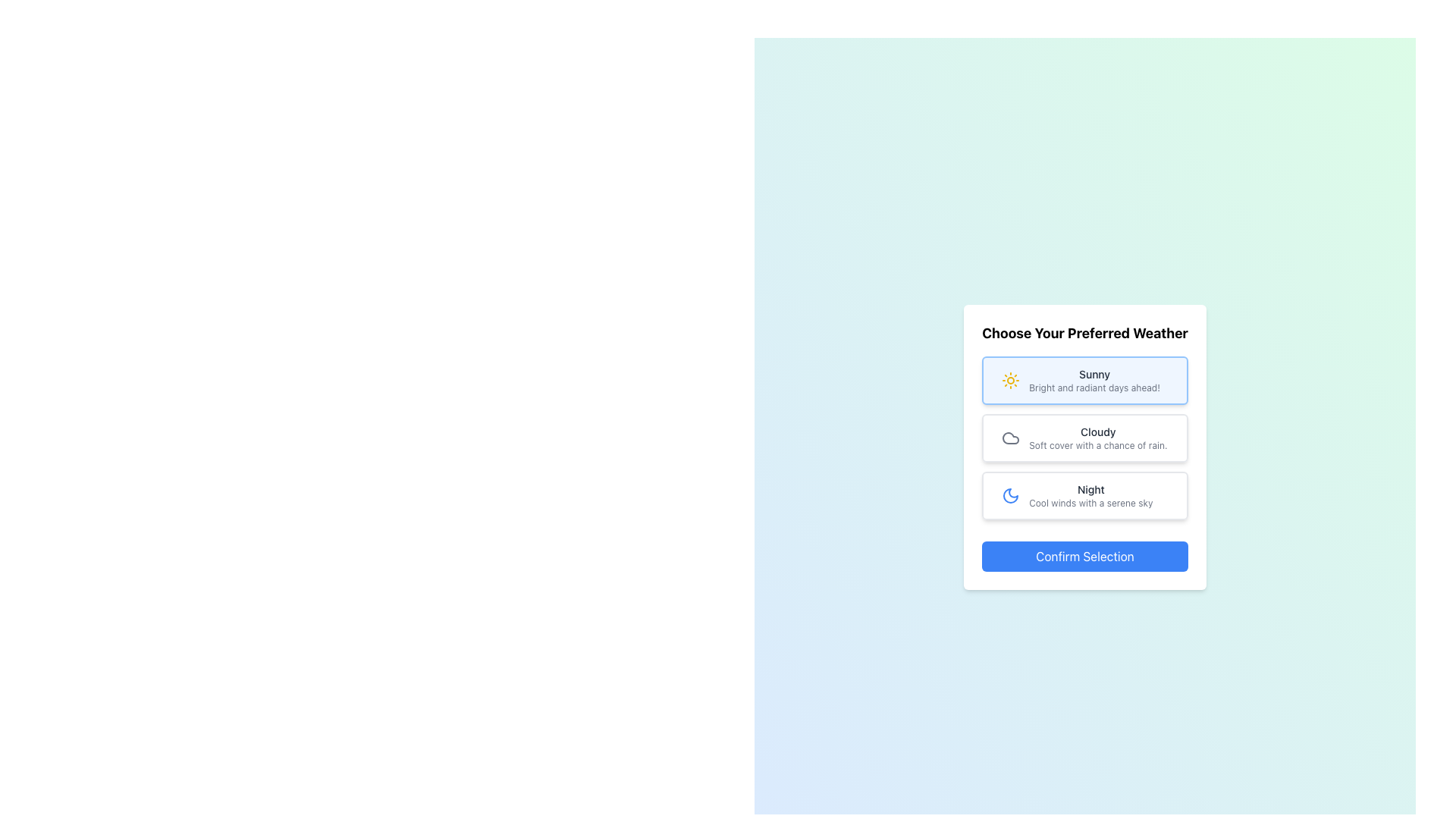 The width and height of the screenshot is (1456, 819). I want to click on the static text displaying the message 'Soft cover with a chance of rain.' which is located below the heading 'Cloudy' in the weather option card, so click(1098, 444).